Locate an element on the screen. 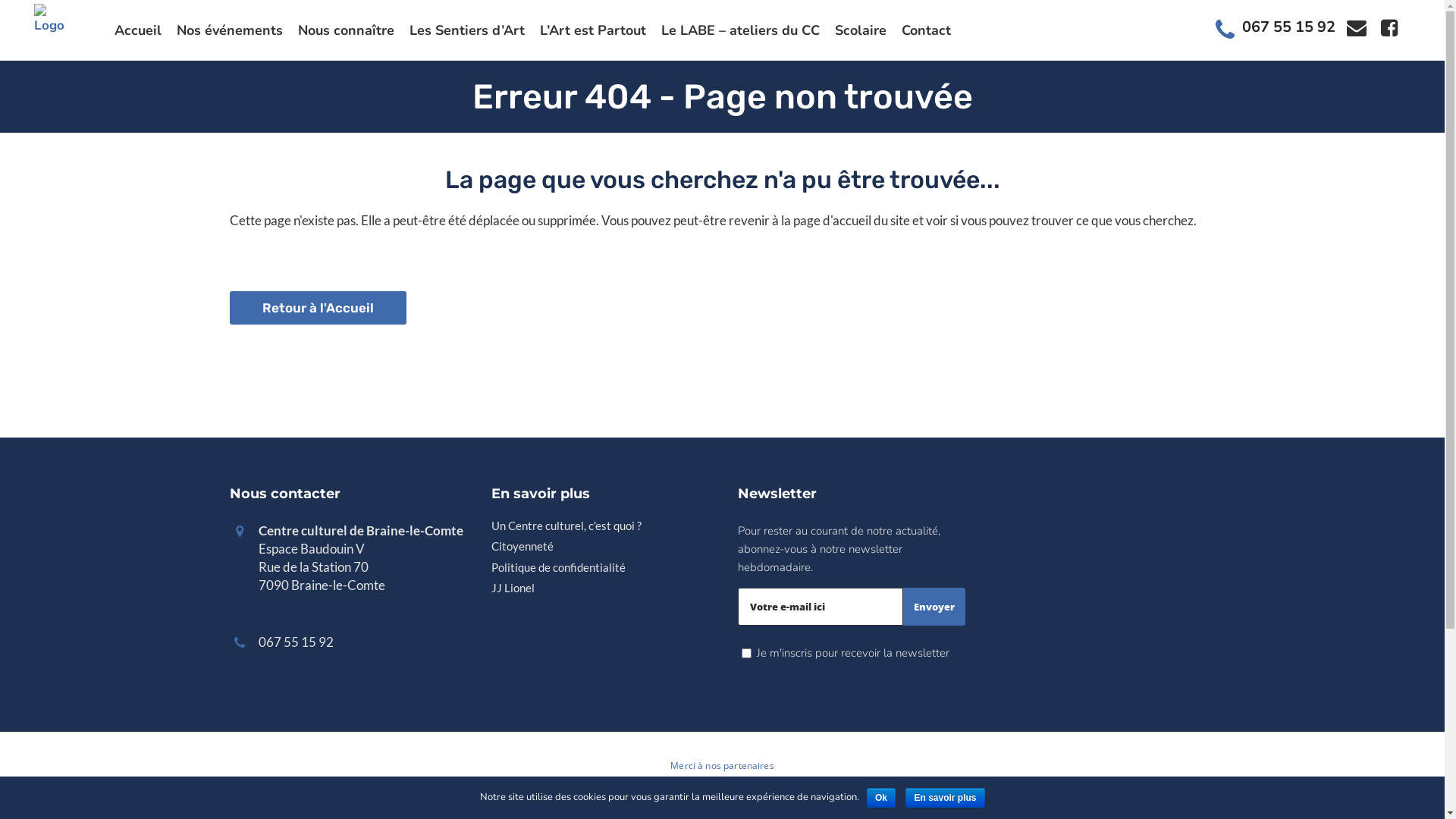 This screenshot has height=819, width=1456. 'Ok' is located at coordinates (880, 797).